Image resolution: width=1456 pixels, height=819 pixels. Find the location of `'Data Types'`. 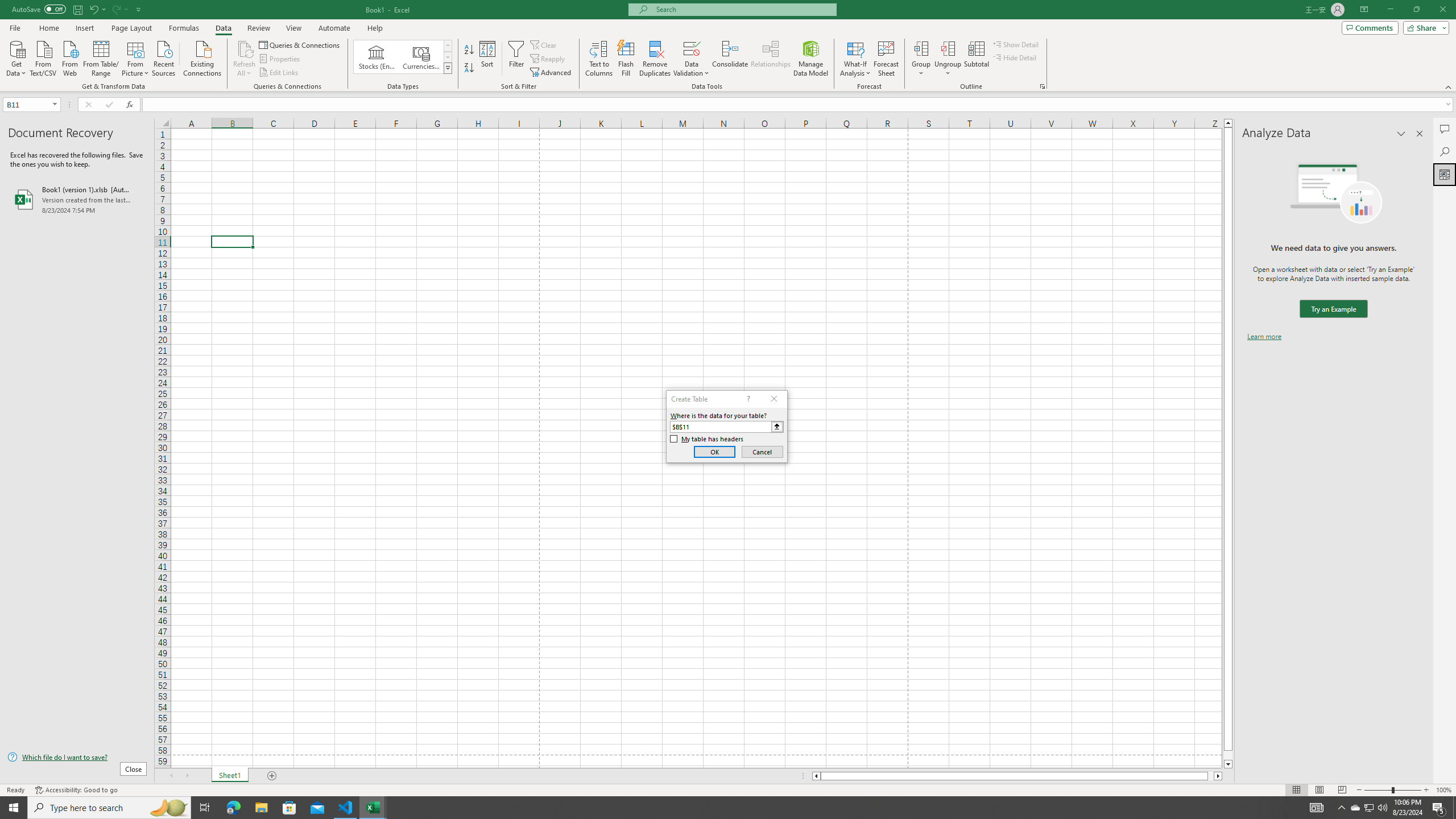

'Data Types' is located at coordinates (448, 67).